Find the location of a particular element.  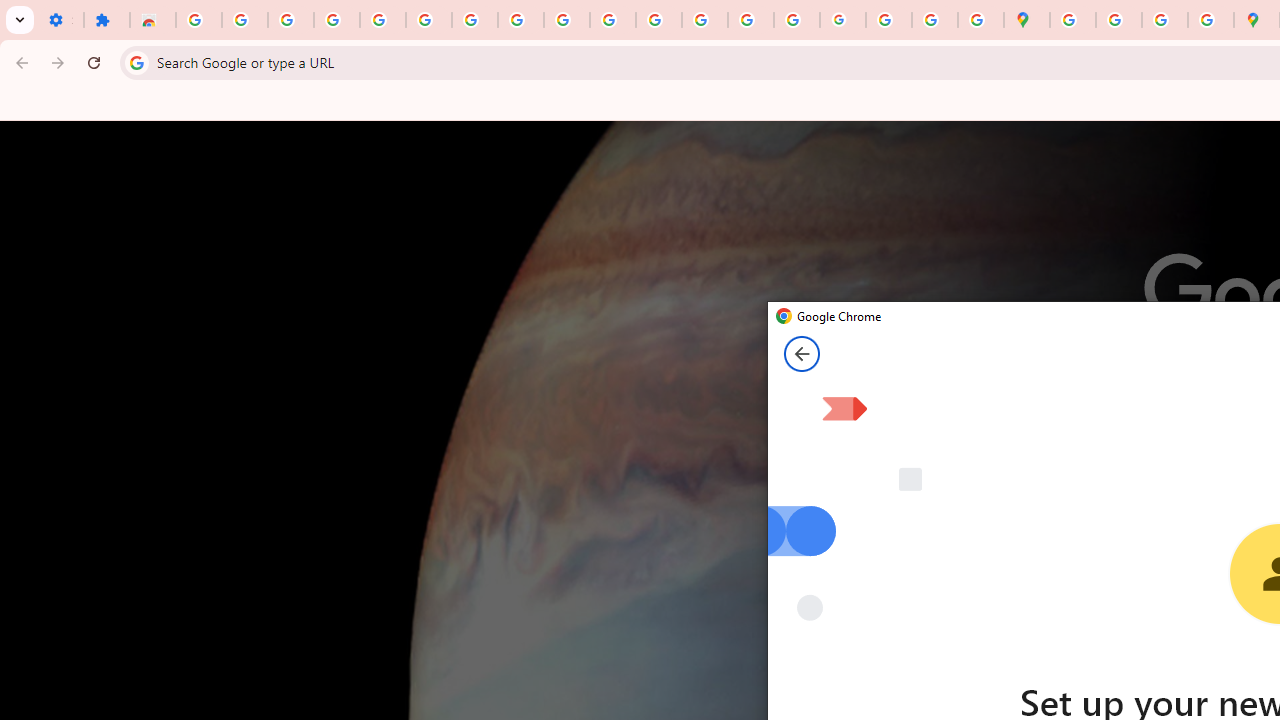

'Settings - On startup' is located at coordinates (60, 20).